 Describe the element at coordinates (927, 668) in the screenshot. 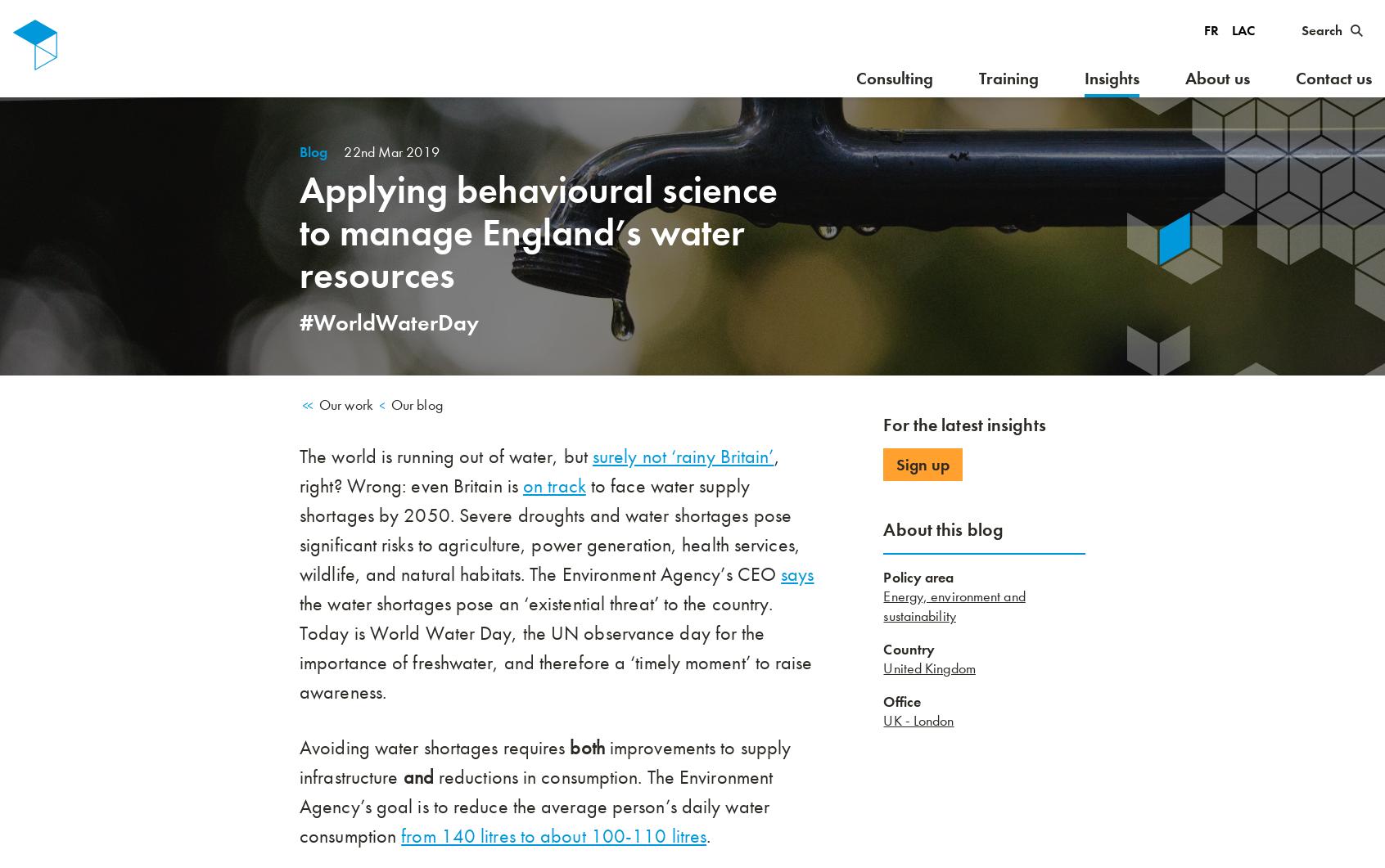

I see `'United Kingdom'` at that location.